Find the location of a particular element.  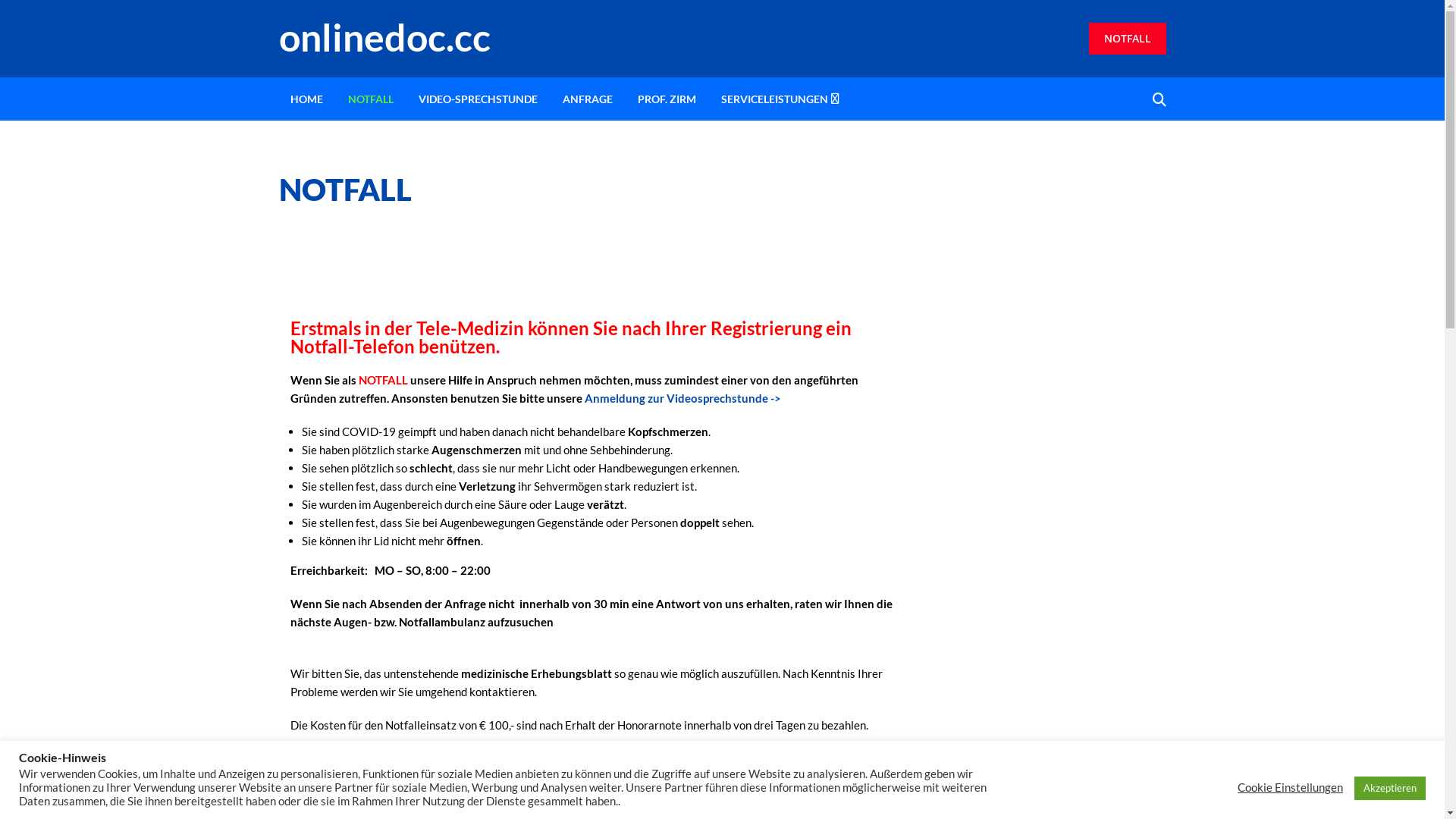

'Anmeldung zur Videosprechstunde ->' is located at coordinates (681, 397).